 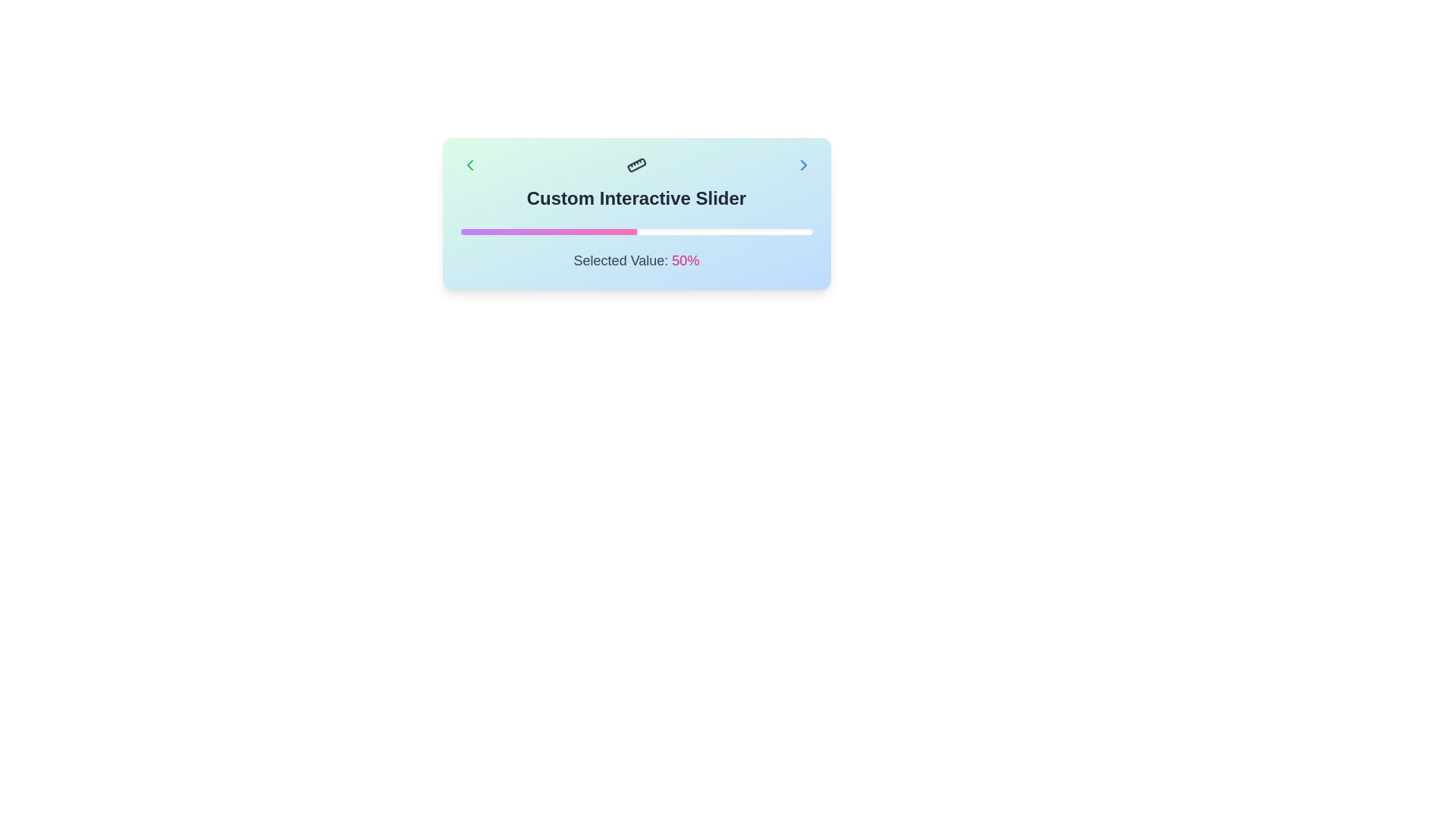 What do you see at coordinates (685, 259) in the screenshot?
I see `the text element displaying '50%' in bold pink color, part of the sentence 'Selected Value: 50%'` at bounding box center [685, 259].